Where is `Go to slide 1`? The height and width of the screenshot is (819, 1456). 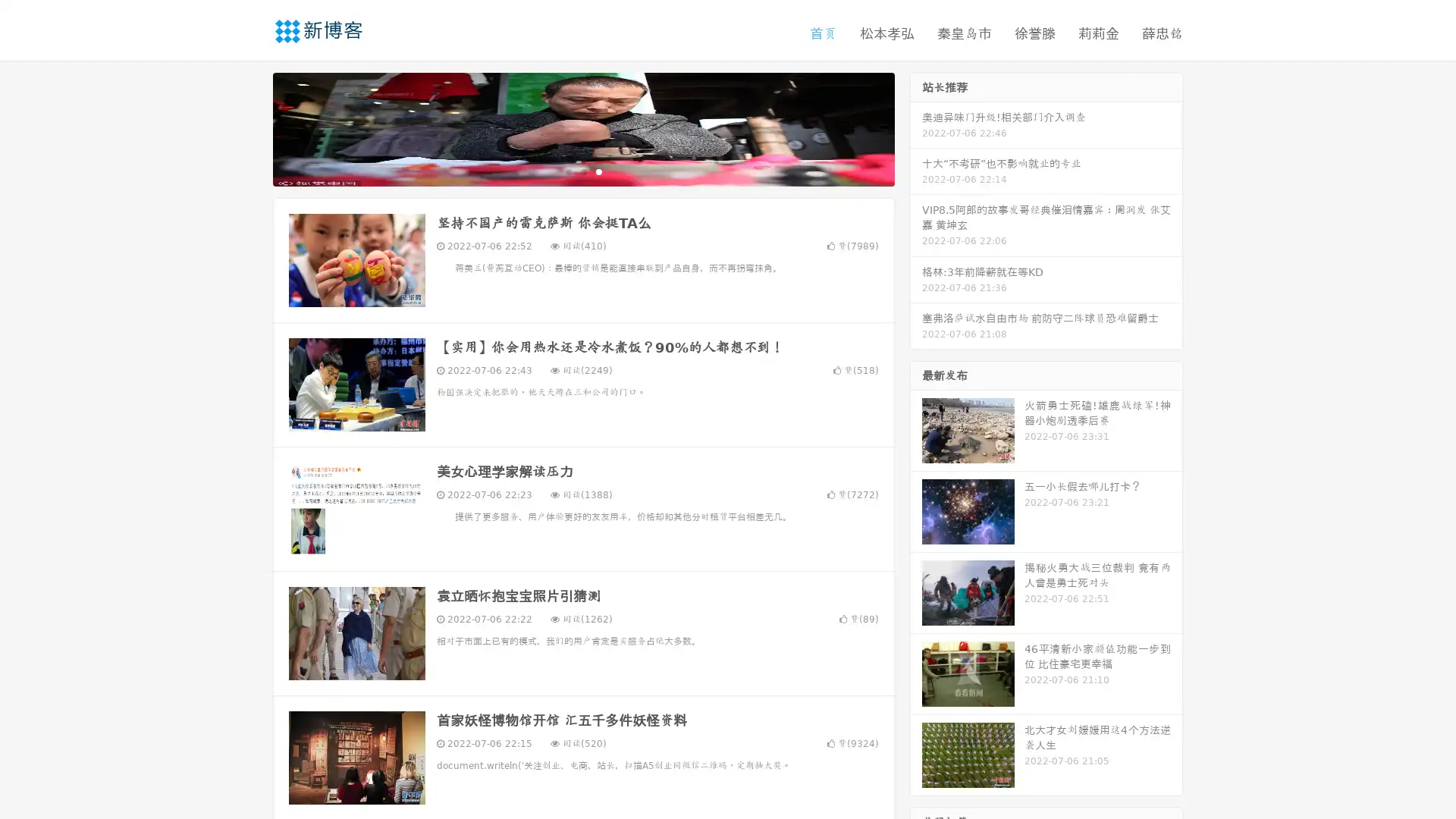
Go to slide 1 is located at coordinates (567, 171).